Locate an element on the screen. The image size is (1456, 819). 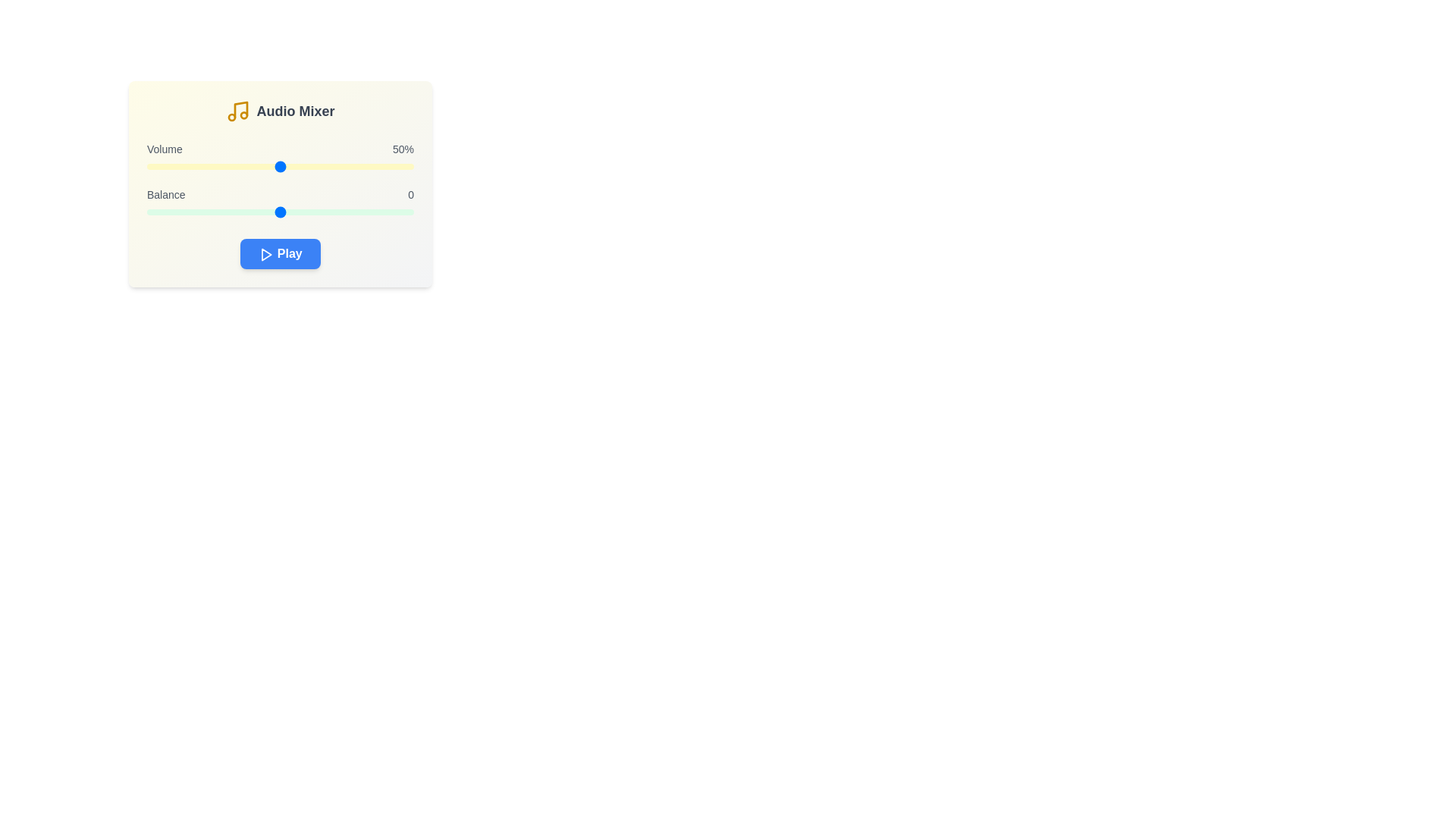
the volume is located at coordinates (207, 166).